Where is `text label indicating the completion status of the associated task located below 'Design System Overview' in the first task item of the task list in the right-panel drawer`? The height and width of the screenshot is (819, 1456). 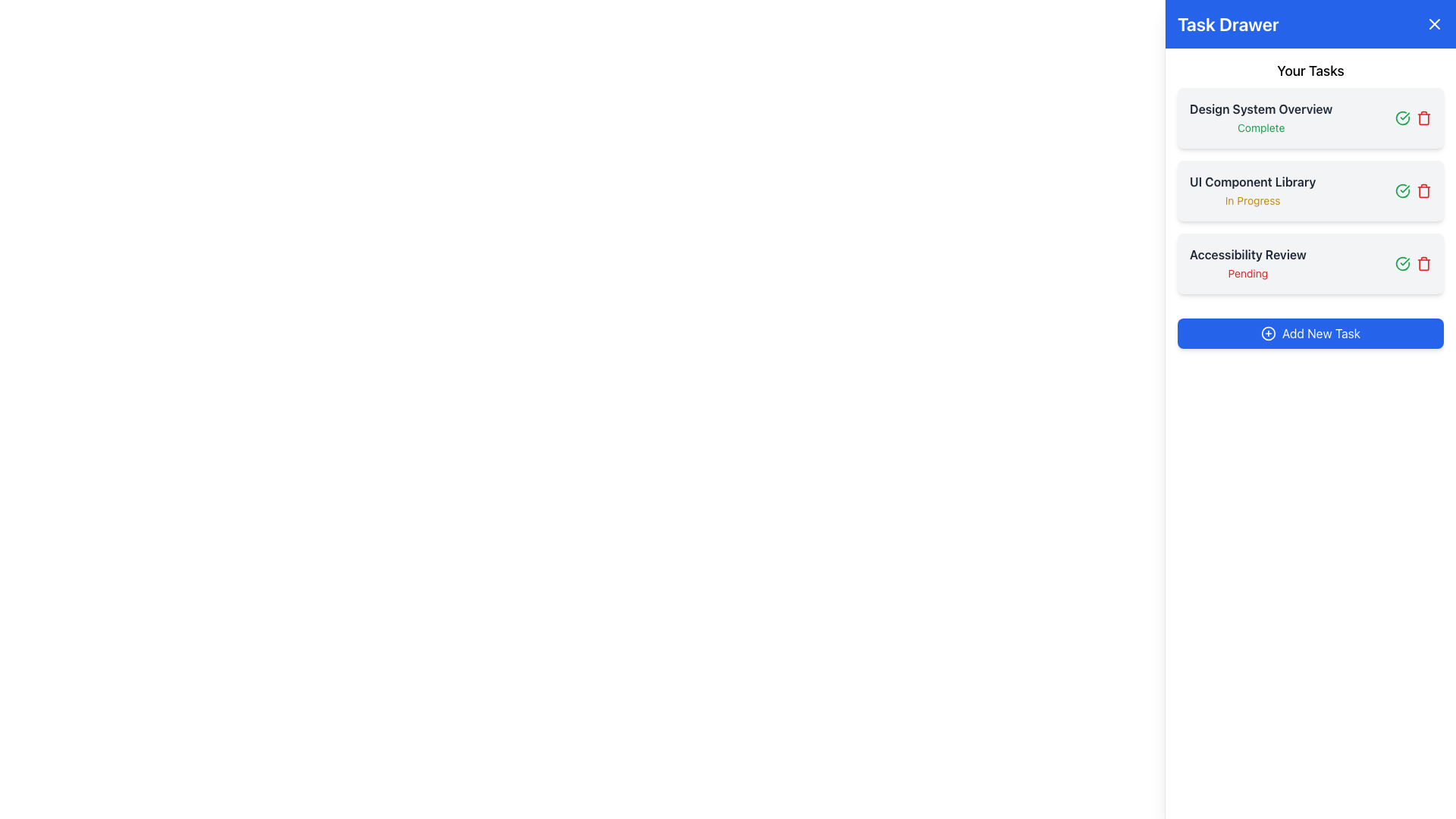 text label indicating the completion status of the associated task located below 'Design System Overview' in the first task item of the task list in the right-panel drawer is located at coordinates (1261, 127).